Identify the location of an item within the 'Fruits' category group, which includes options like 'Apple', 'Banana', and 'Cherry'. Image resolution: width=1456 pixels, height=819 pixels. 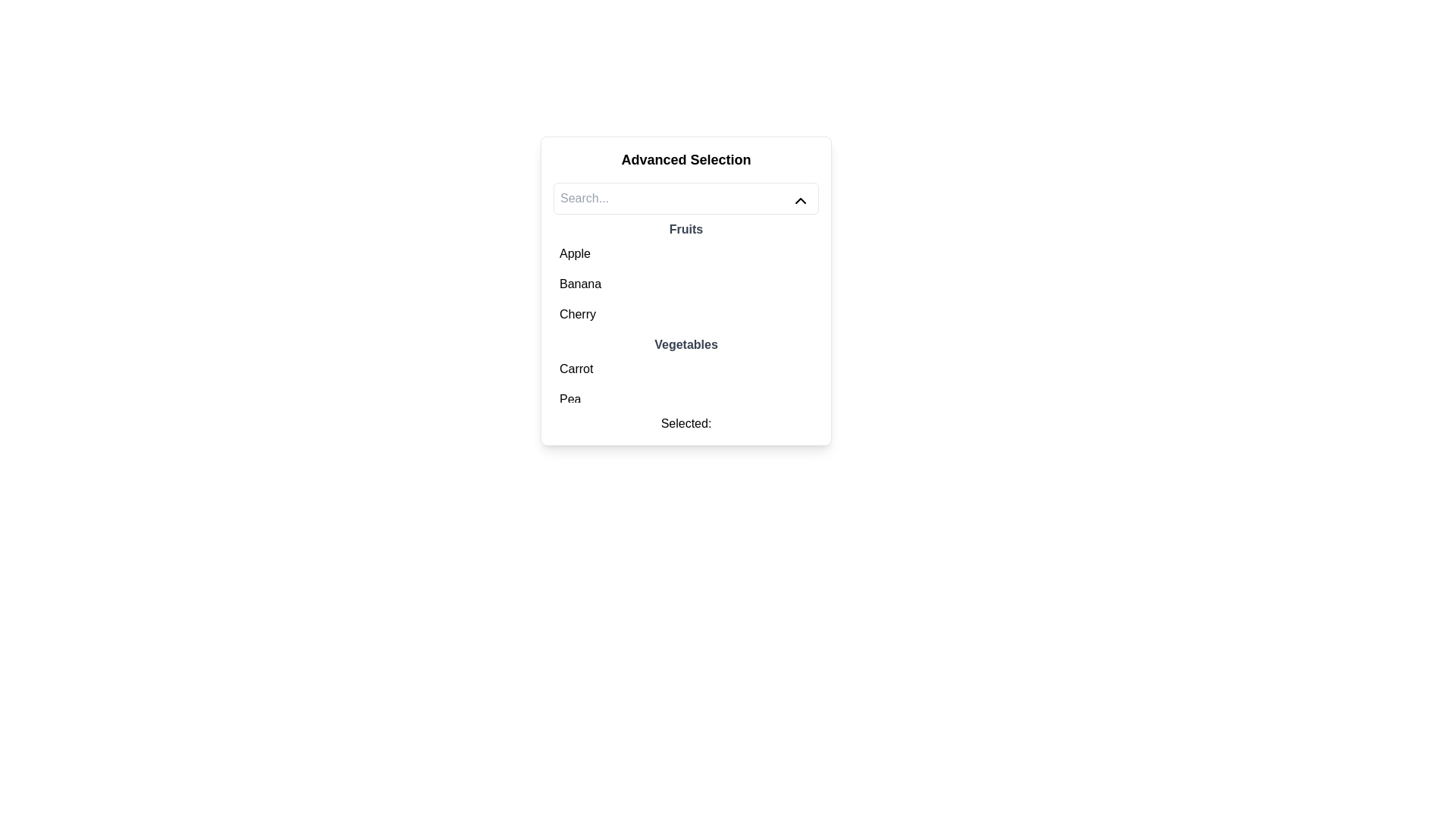
(686, 275).